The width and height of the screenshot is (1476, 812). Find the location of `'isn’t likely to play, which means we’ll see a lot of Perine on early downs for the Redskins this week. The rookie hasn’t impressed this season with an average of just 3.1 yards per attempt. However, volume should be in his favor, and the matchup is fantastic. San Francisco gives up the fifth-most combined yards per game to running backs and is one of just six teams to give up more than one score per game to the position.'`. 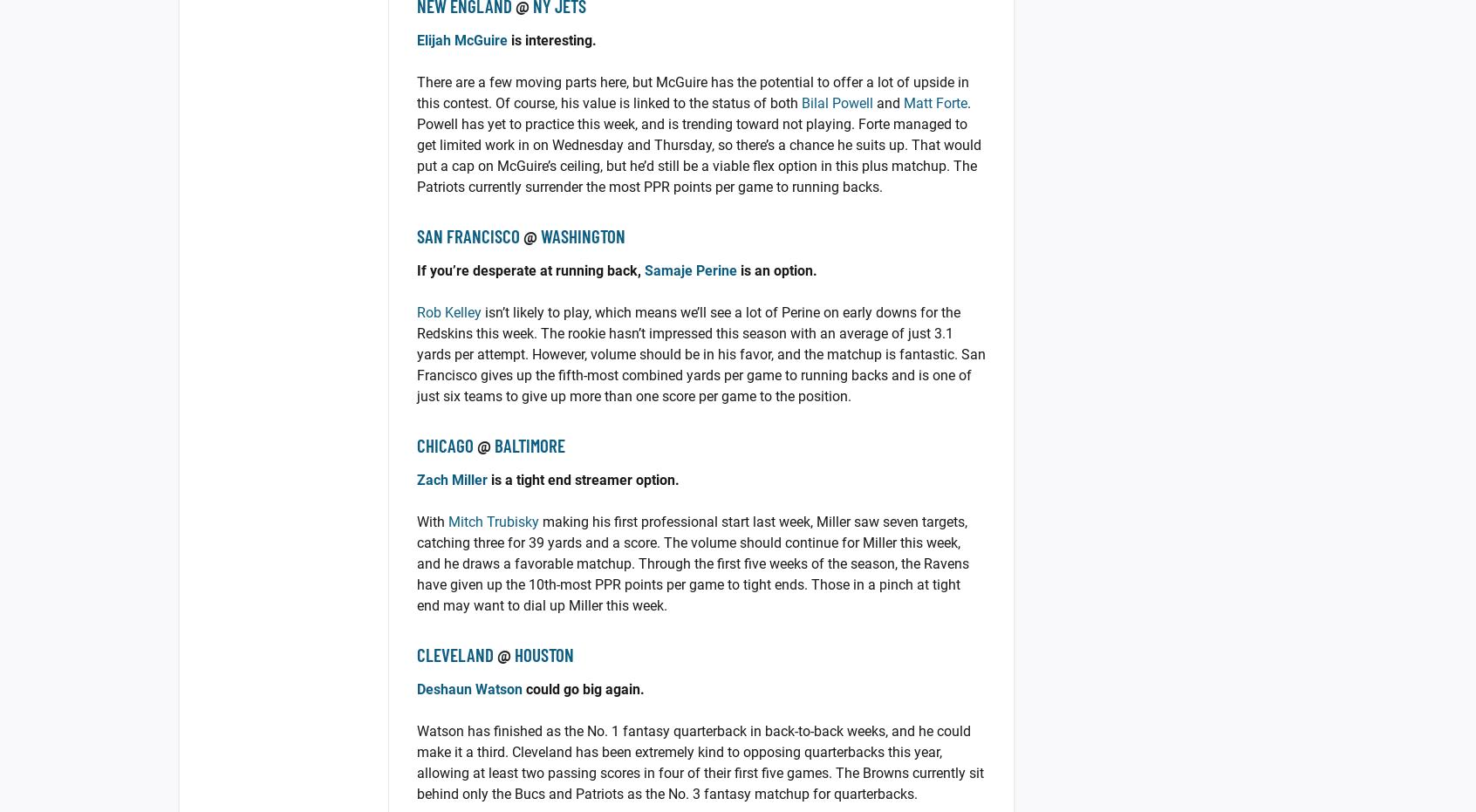

'isn’t likely to play, which means we’ll see a lot of Perine on early downs for the Redskins this week. The rookie hasn’t impressed this season with an average of just 3.1 yards per attempt. However, volume should be in his favor, and the matchup is fantastic. San Francisco gives up the fifth-most combined yards per game to running backs and is one of just six teams to give up more than one score per game to the position.' is located at coordinates (701, 353).